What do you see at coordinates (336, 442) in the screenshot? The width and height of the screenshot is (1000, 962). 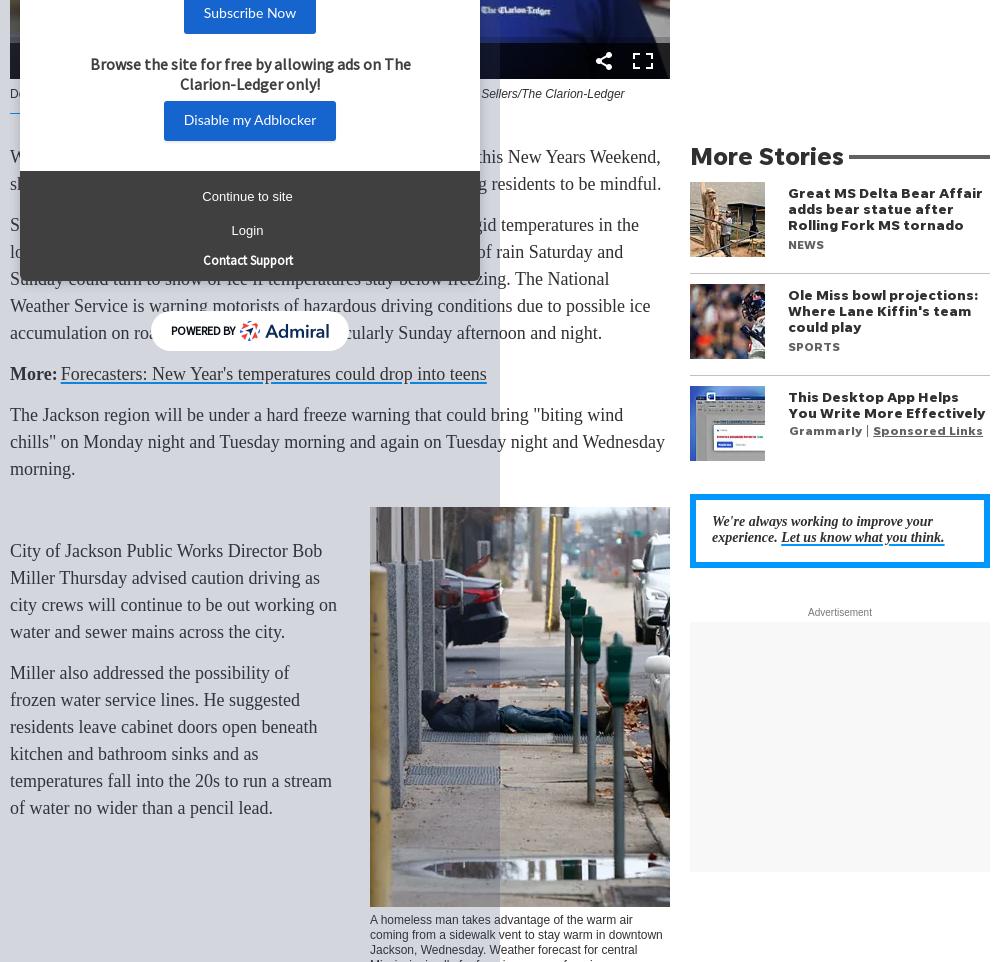 I see `'The Jackson region will be under a hard freeze warning that could bring "biting wind chills" on Monday night and Tuesday morning and again on Tuesday night and Wednesday morning.'` at bounding box center [336, 442].